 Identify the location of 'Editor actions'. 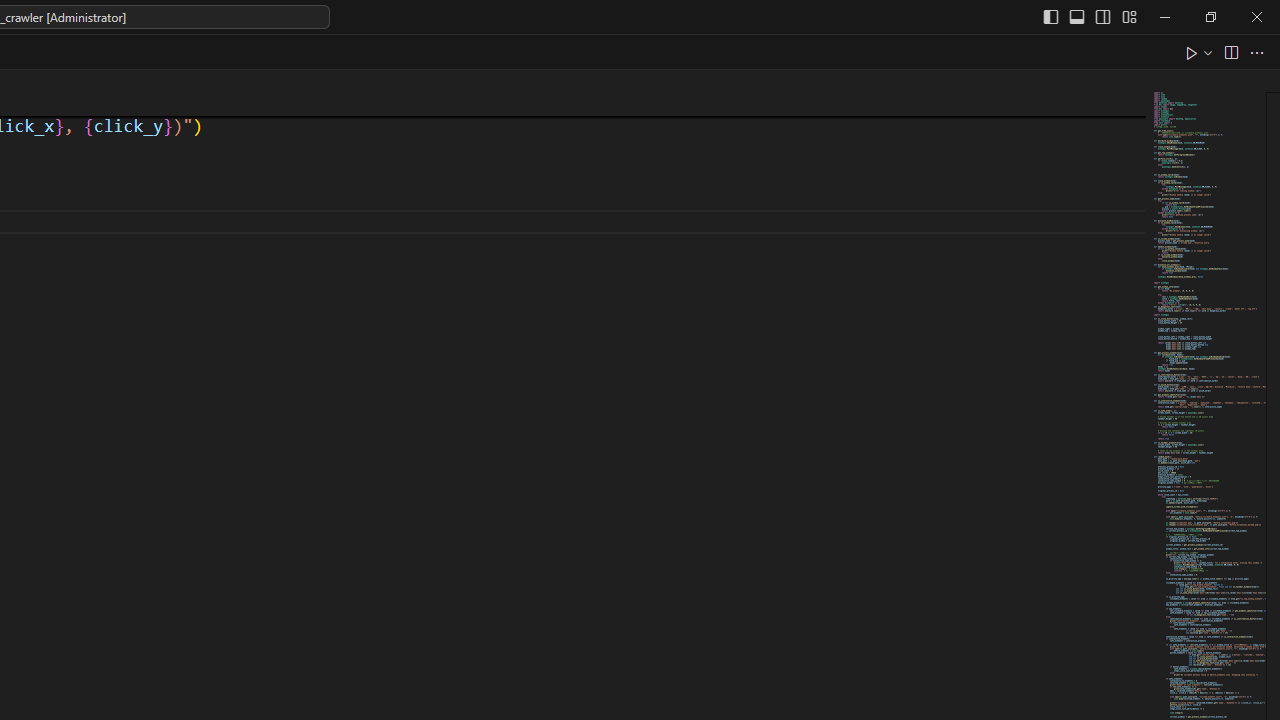
(1225, 51).